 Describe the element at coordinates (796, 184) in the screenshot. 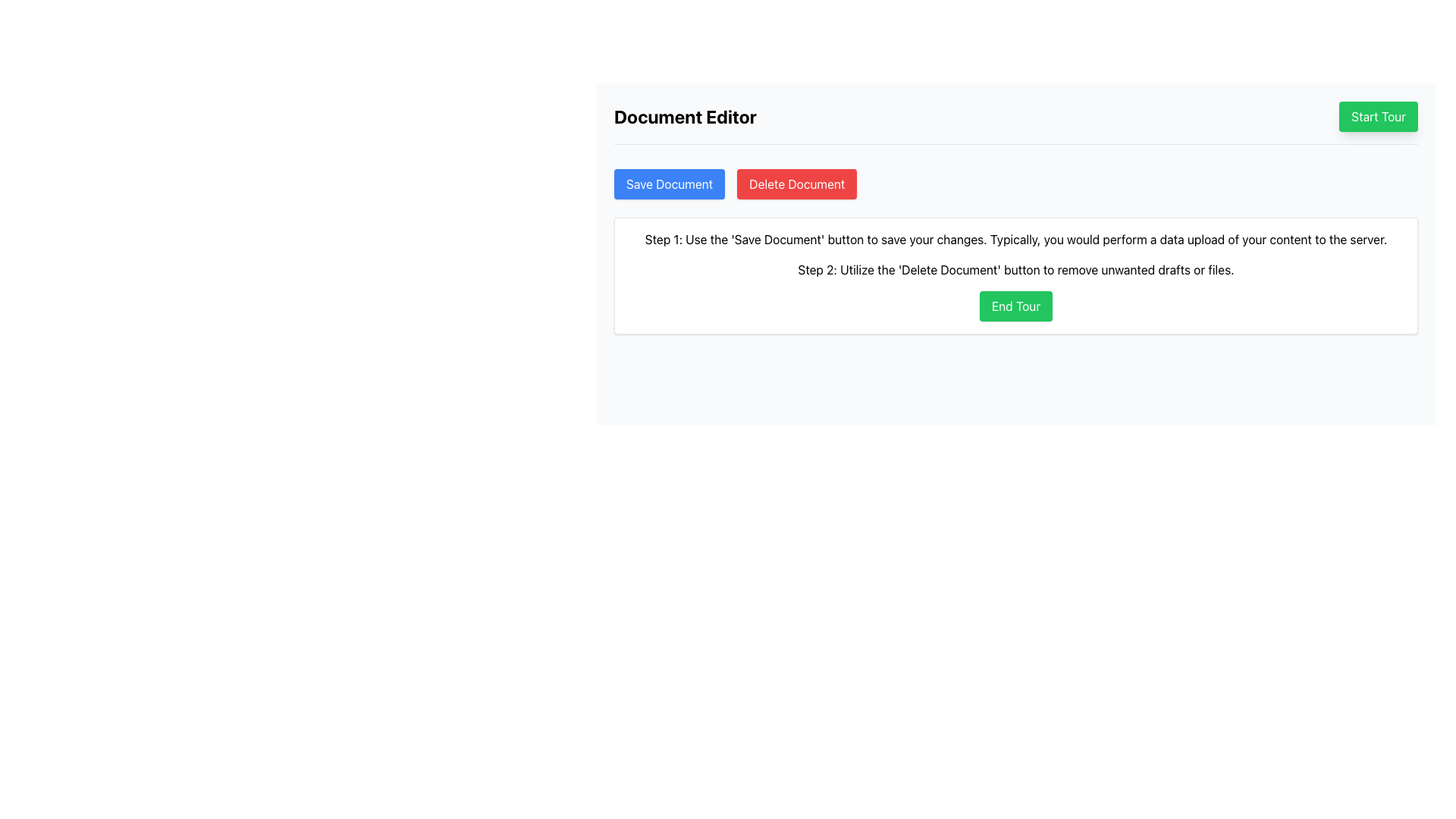

I see `the delete button located to the right of the blue 'Save Document' button` at that location.